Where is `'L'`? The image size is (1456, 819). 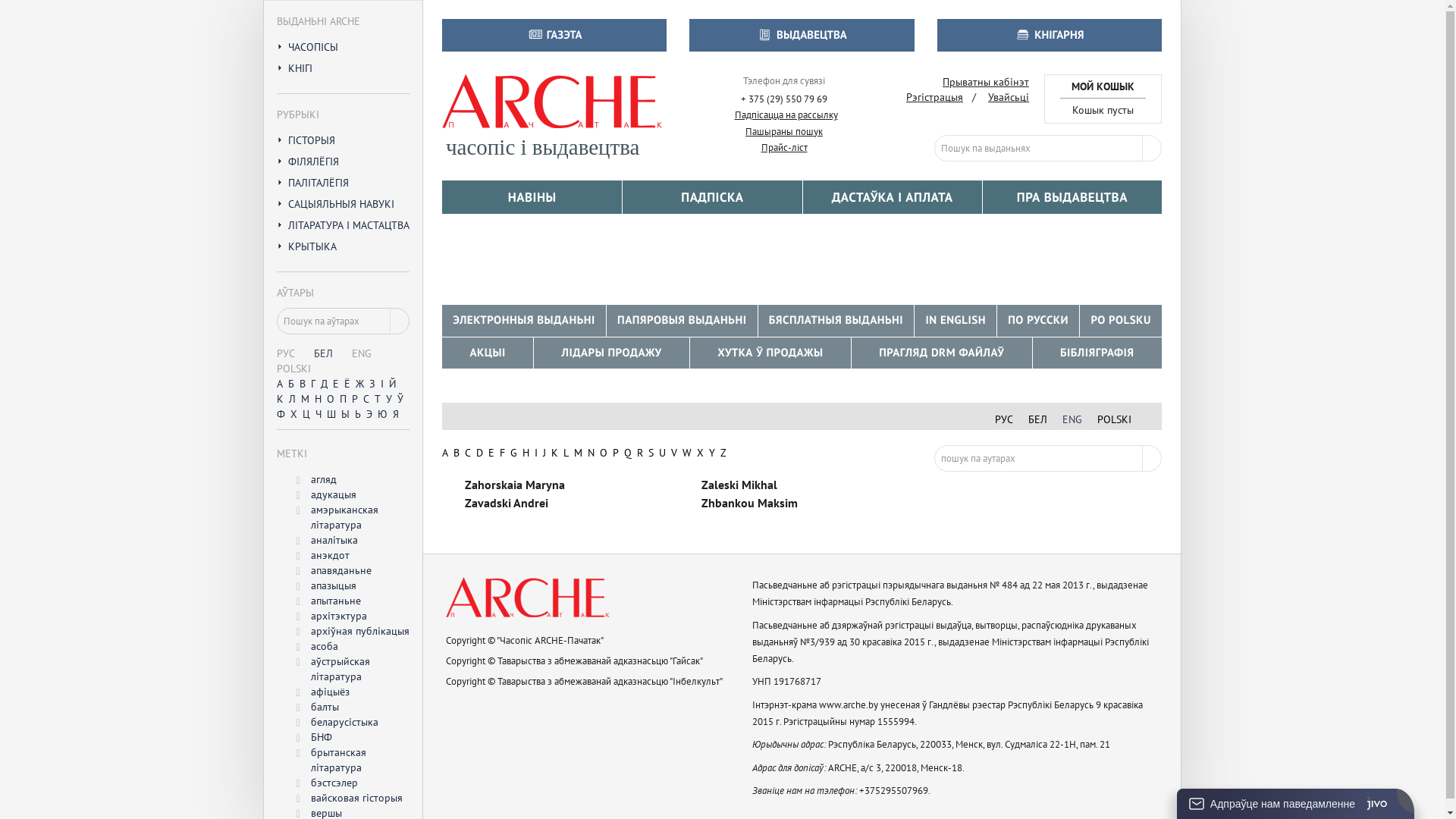 'L' is located at coordinates (565, 452).